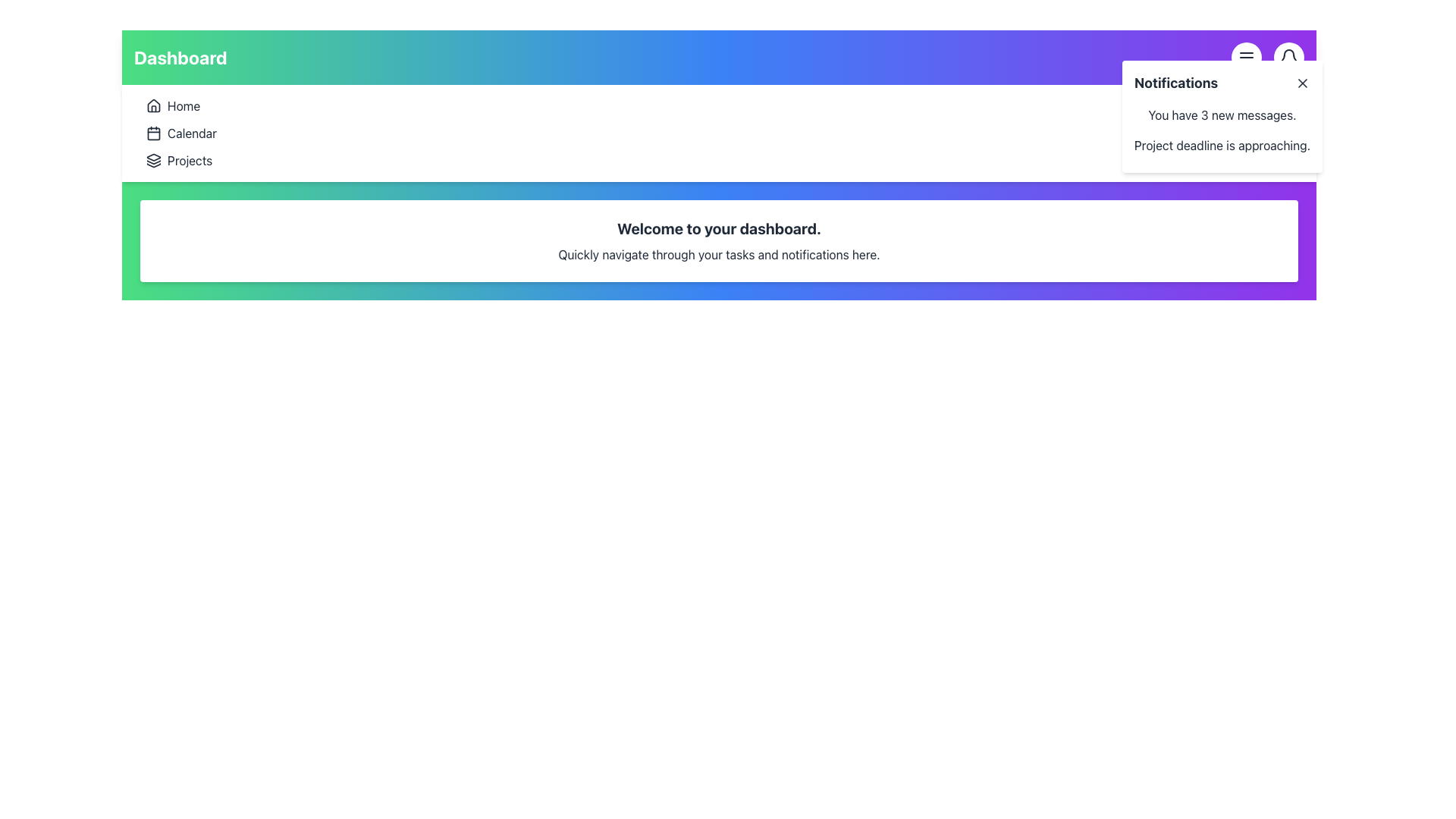 The height and width of the screenshot is (819, 1456). Describe the element at coordinates (1222, 114) in the screenshot. I see `the text label that indicates 3 unread messages within the 'Notifications' box` at that location.